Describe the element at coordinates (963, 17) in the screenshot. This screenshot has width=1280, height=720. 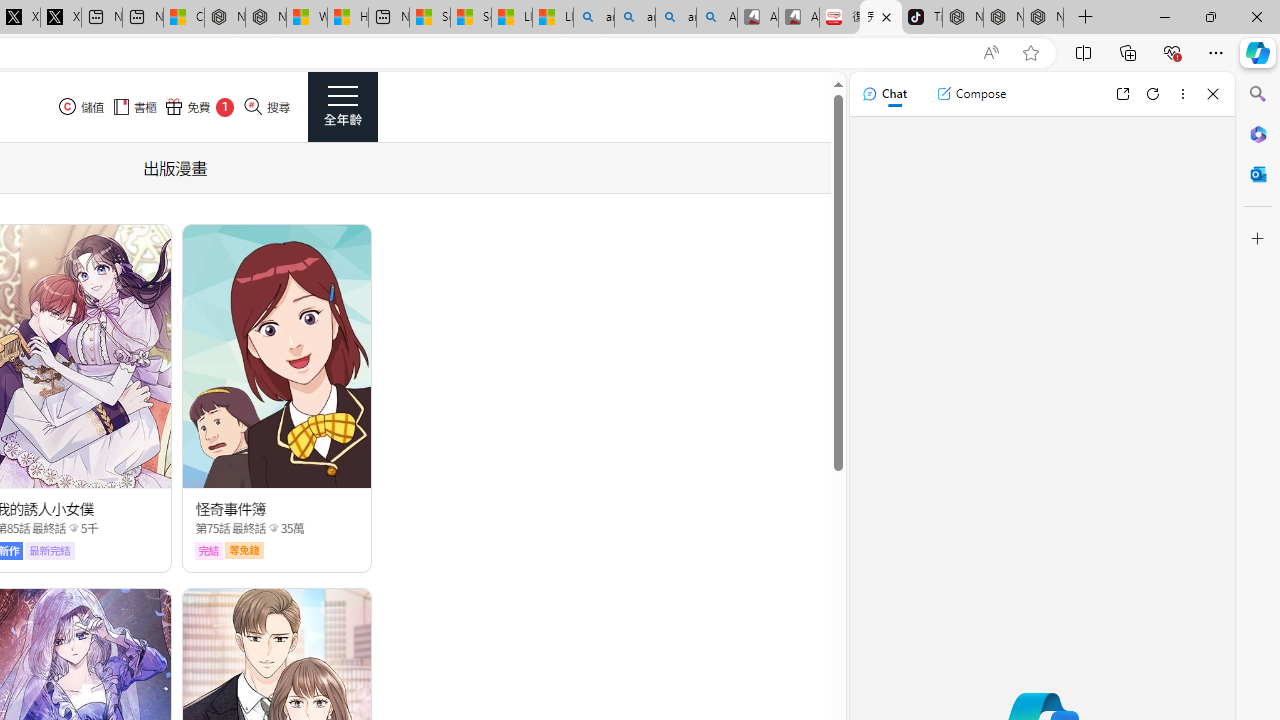
I see `'Nordace - Best Sellers'` at that location.